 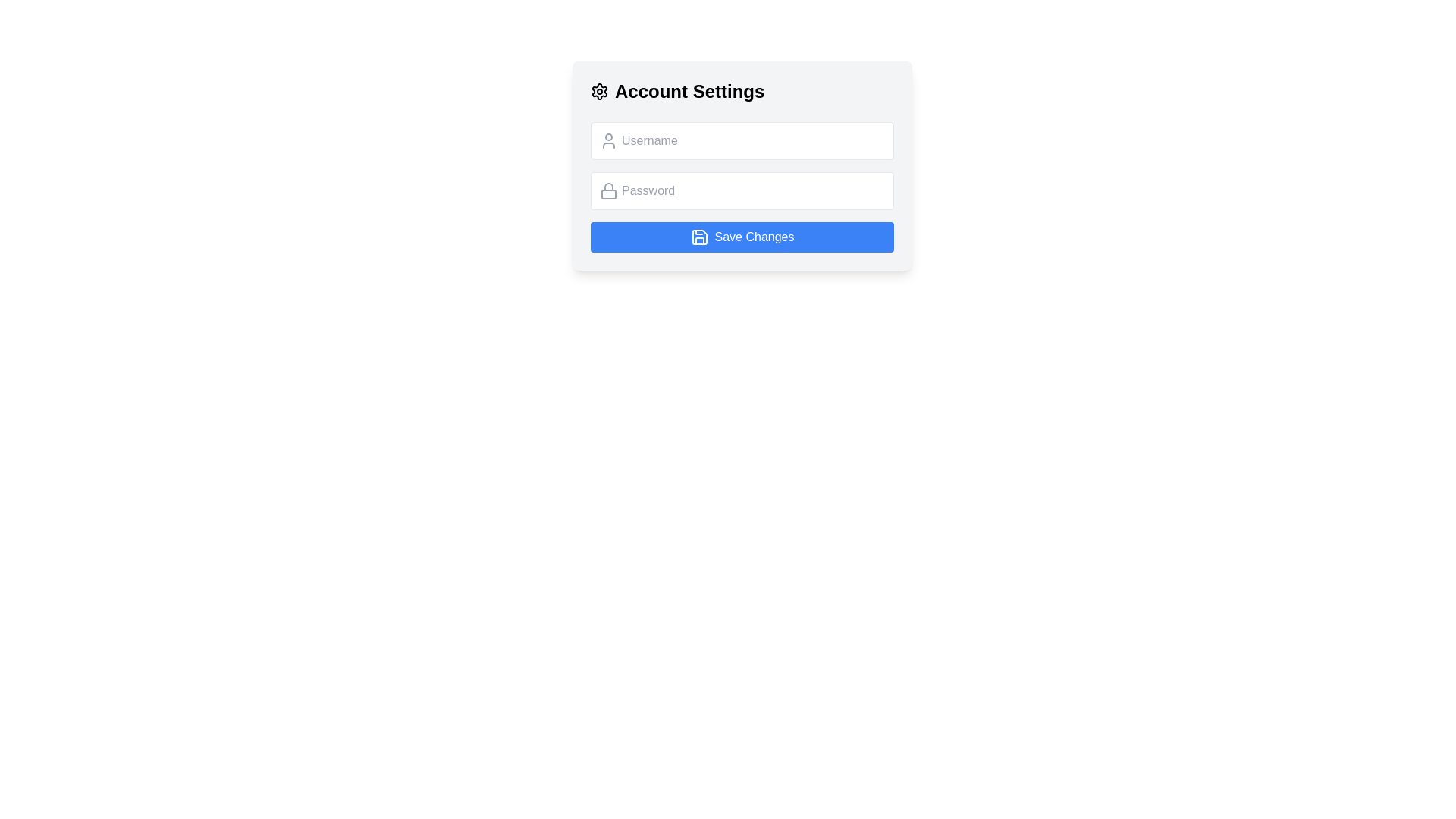 What do you see at coordinates (698, 237) in the screenshot?
I see `the small save icon positioned to the left of the 'Save Changes' button, which has a minimalistic design and a stroke color matching its surrounding text` at bounding box center [698, 237].